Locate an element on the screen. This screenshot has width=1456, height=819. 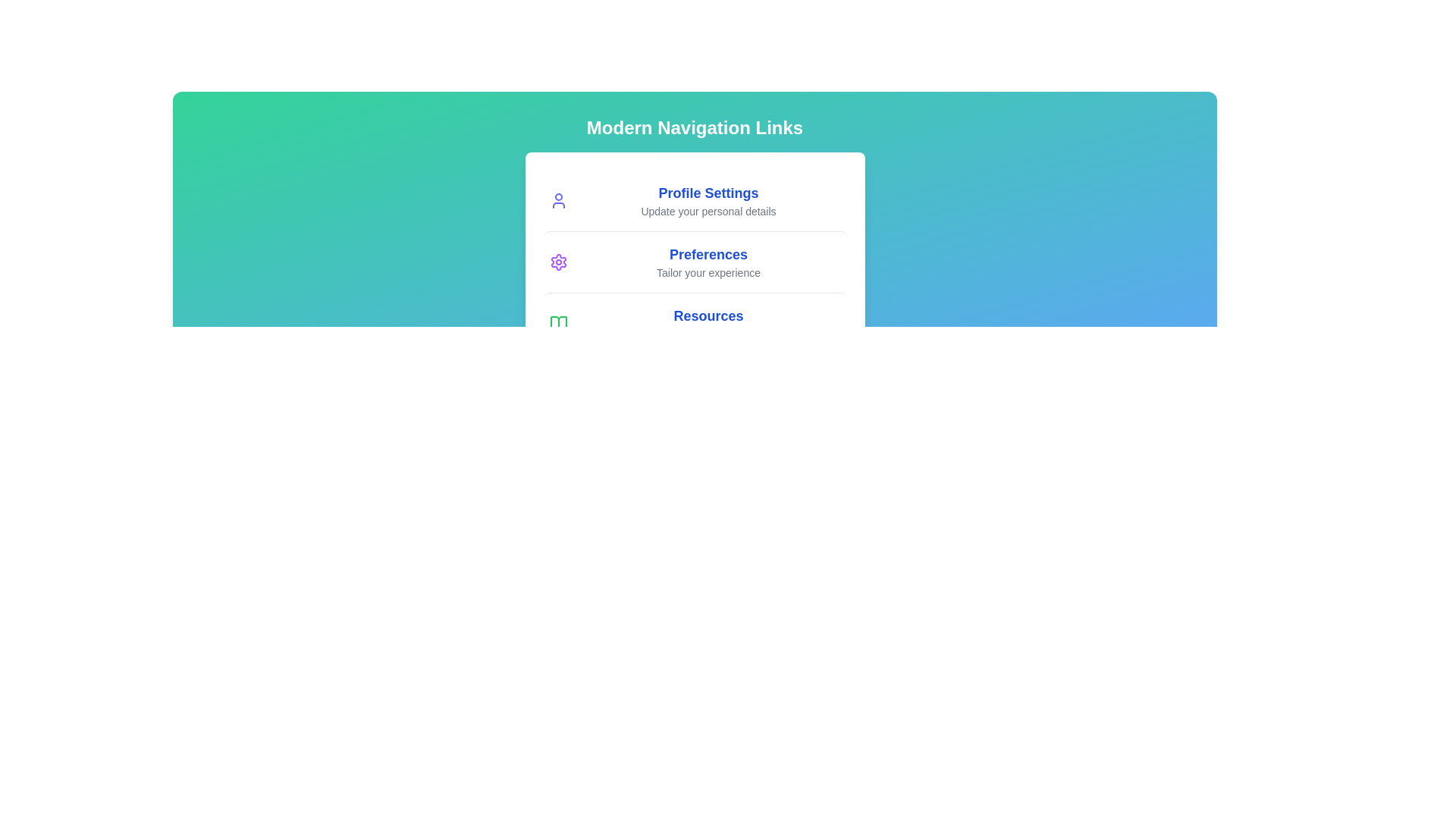
descriptive text label located directly beneath the 'Profile Settings' section, which provides additional context and information about this section is located at coordinates (708, 211).